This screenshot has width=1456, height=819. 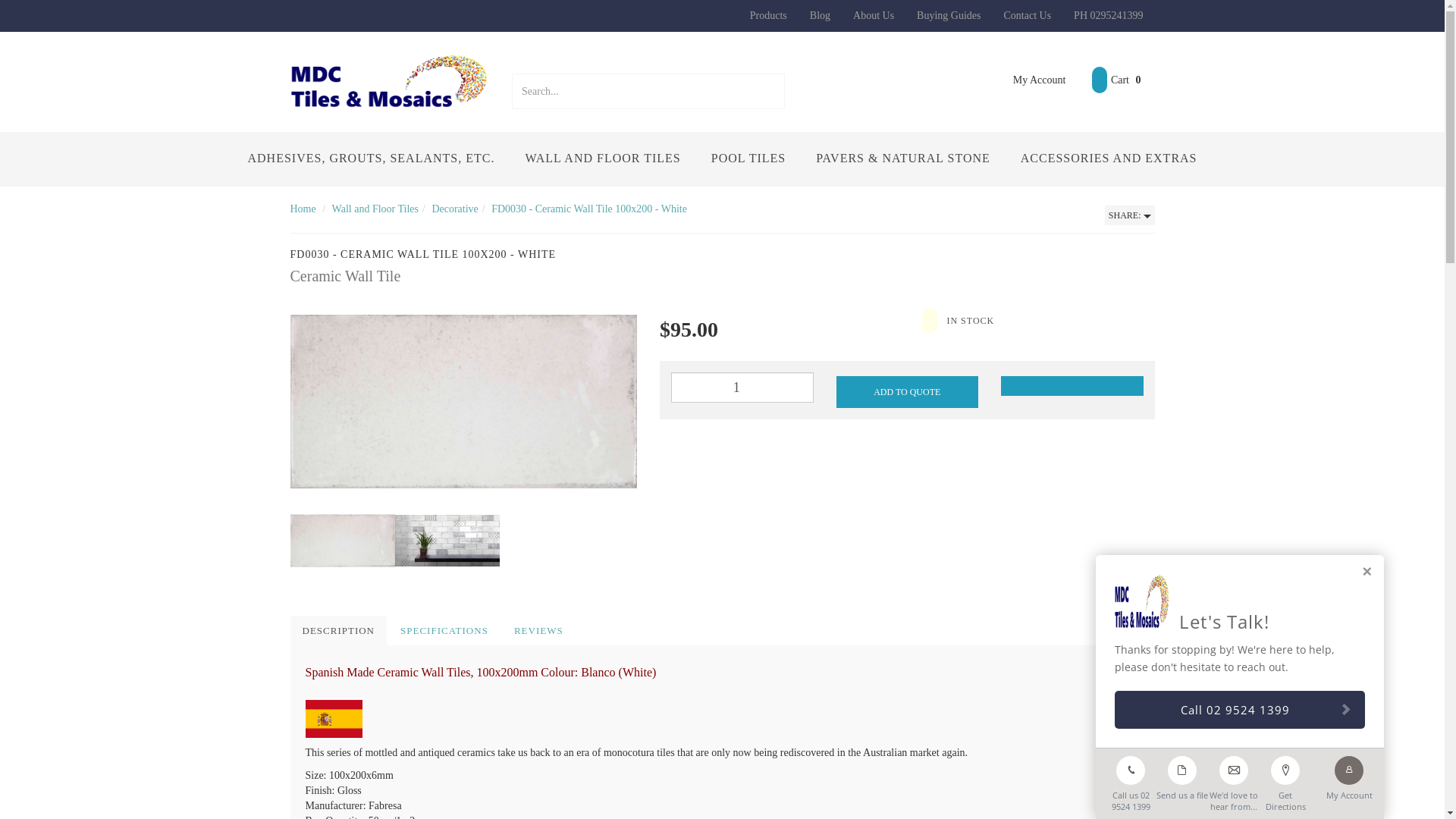 I want to click on 'REVIEWS', so click(x=502, y=631).